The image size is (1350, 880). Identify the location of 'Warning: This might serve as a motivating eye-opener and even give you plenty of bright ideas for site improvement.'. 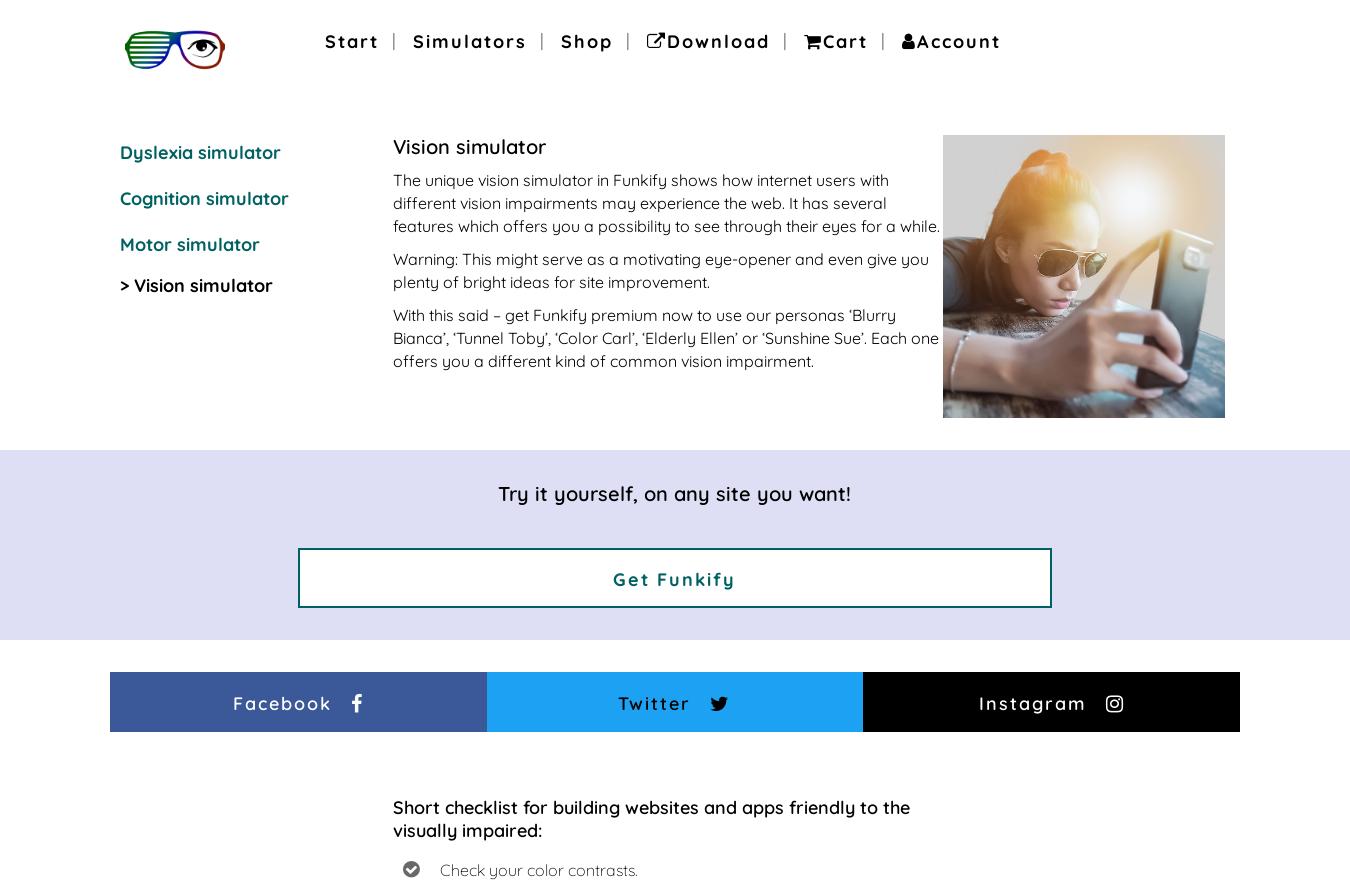
(660, 270).